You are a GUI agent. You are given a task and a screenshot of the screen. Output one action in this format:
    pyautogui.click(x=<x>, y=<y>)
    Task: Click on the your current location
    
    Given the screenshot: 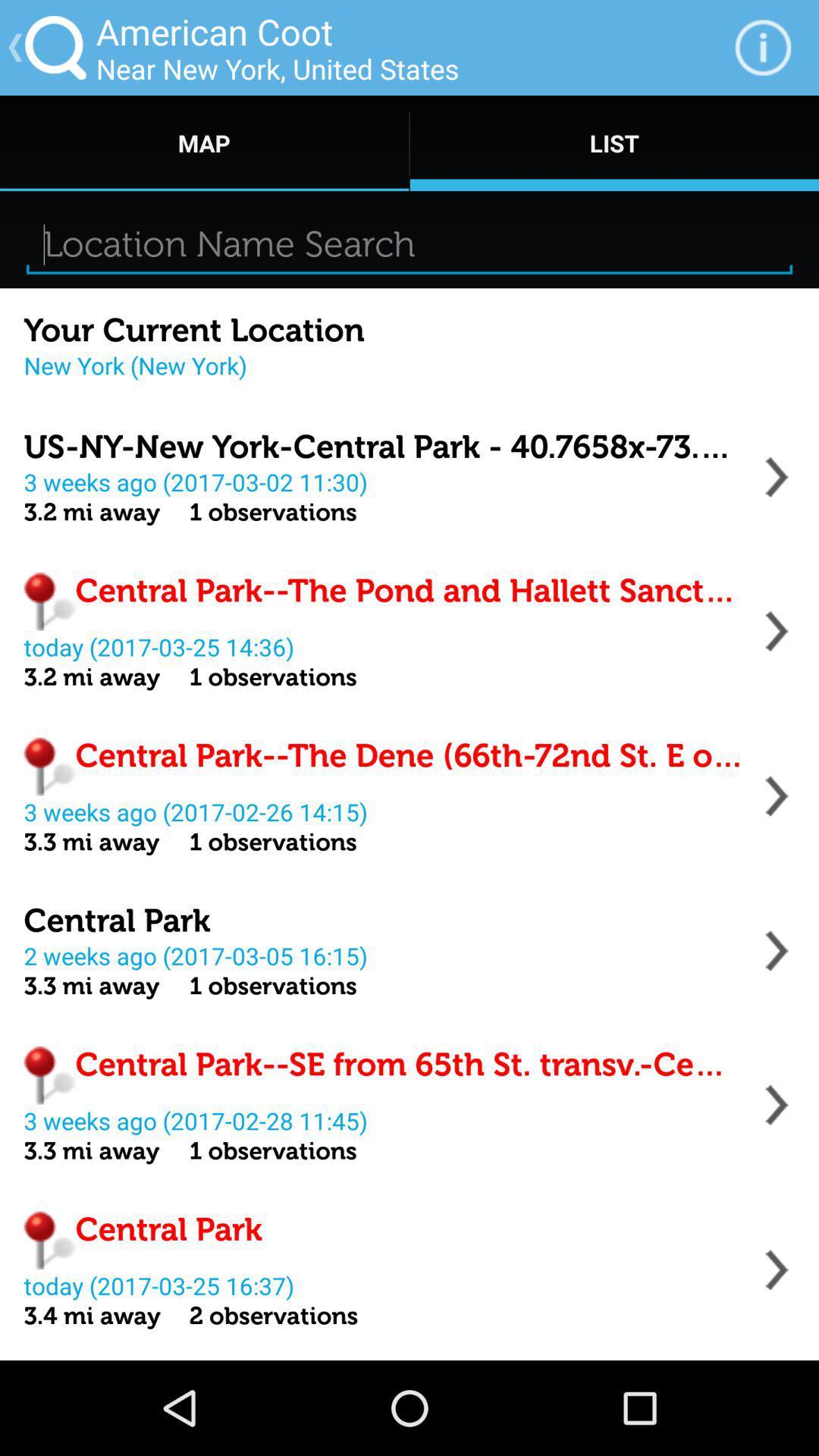 What is the action you would take?
    pyautogui.click(x=193, y=330)
    